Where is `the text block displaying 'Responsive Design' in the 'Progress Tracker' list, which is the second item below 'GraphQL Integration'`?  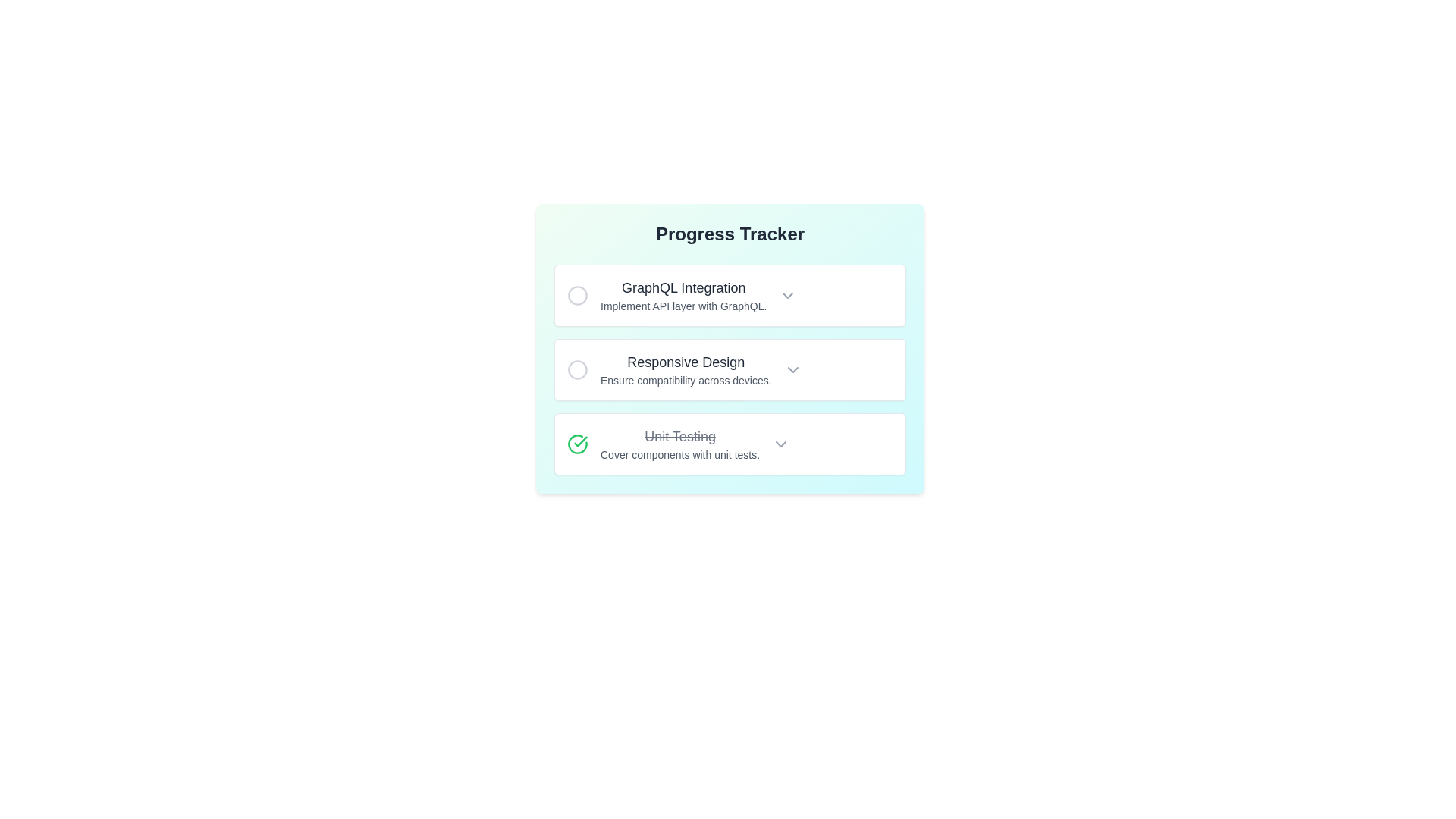
the text block displaying 'Responsive Design' in the 'Progress Tracker' list, which is the second item below 'GraphQL Integration' is located at coordinates (685, 370).